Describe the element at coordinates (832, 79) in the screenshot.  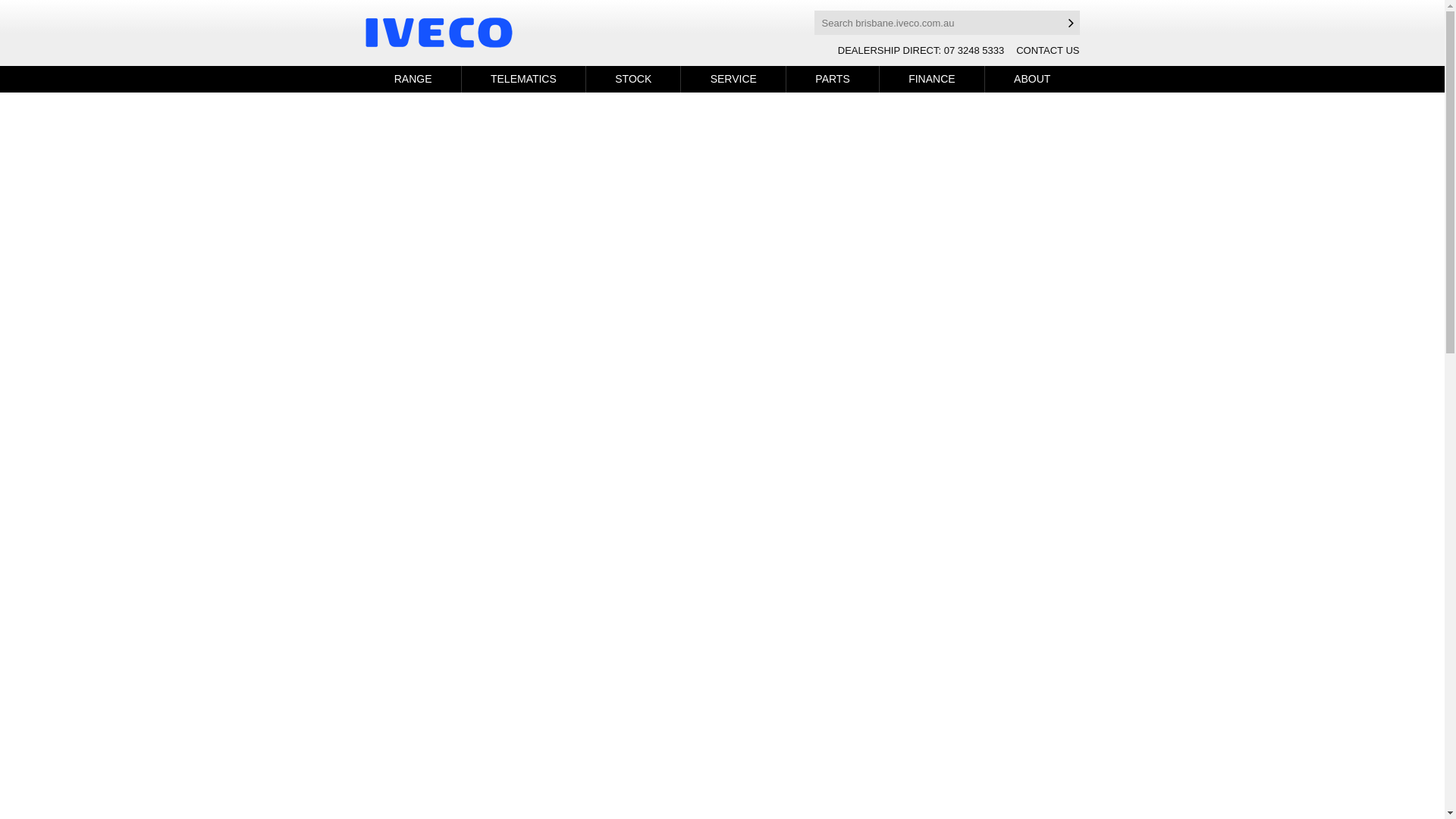
I see `'PARTS'` at that location.